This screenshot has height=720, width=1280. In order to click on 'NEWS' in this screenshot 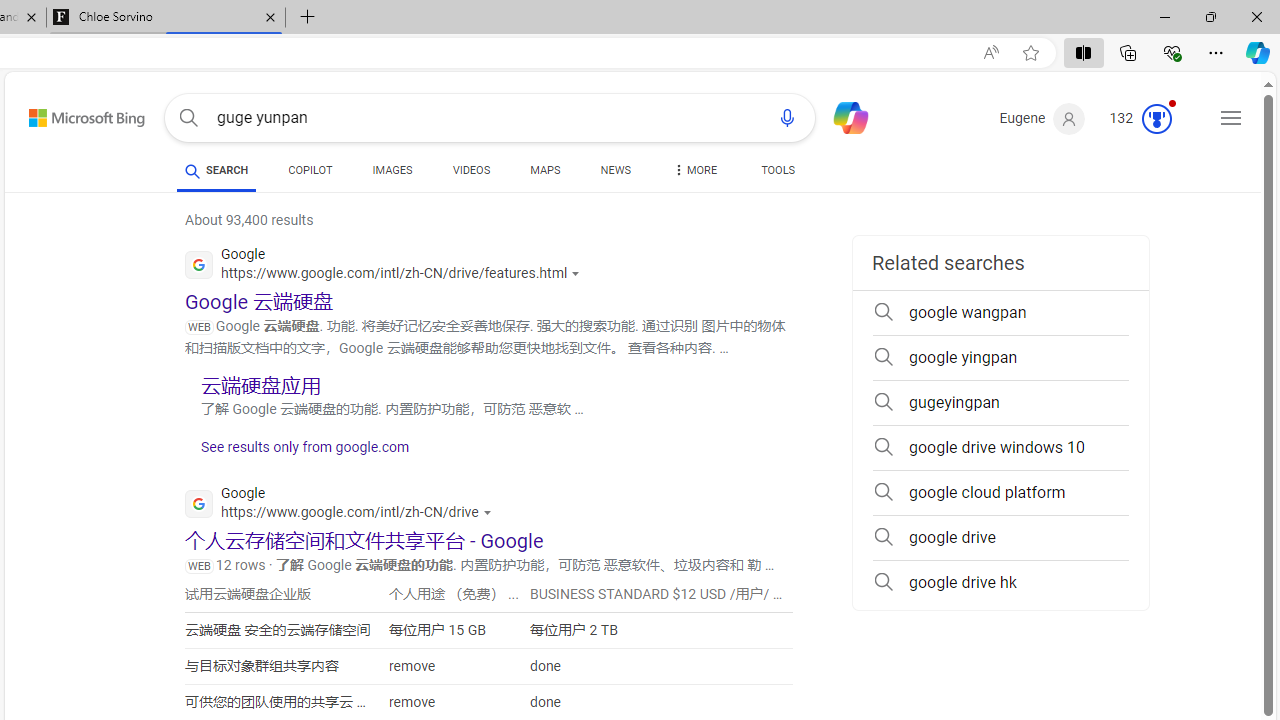, I will do `click(614, 172)`.